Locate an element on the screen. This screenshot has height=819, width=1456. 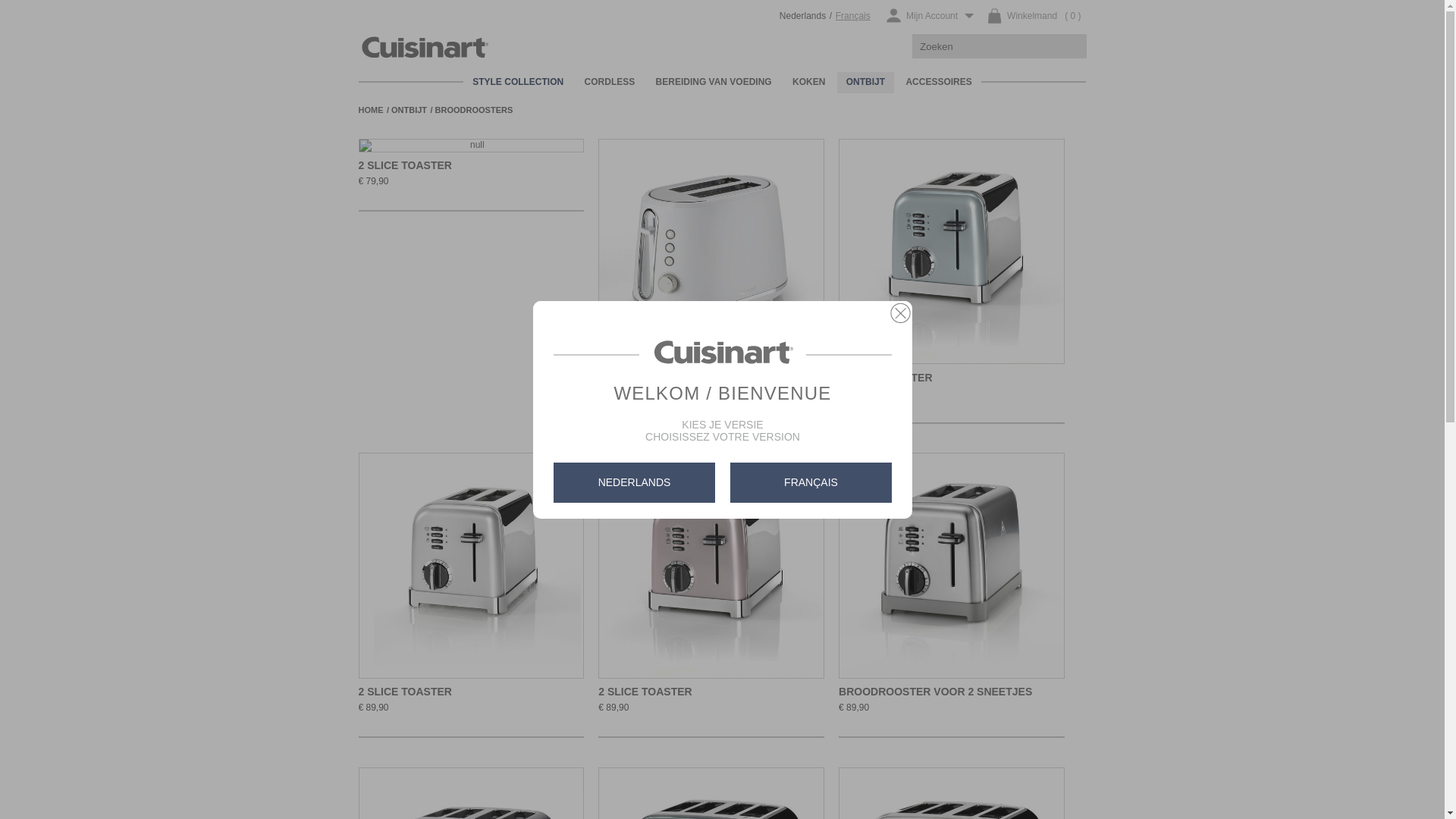
'Ga naar het product: Broodrooster voor 2 sneetjes' is located at coordinates (950, 565).